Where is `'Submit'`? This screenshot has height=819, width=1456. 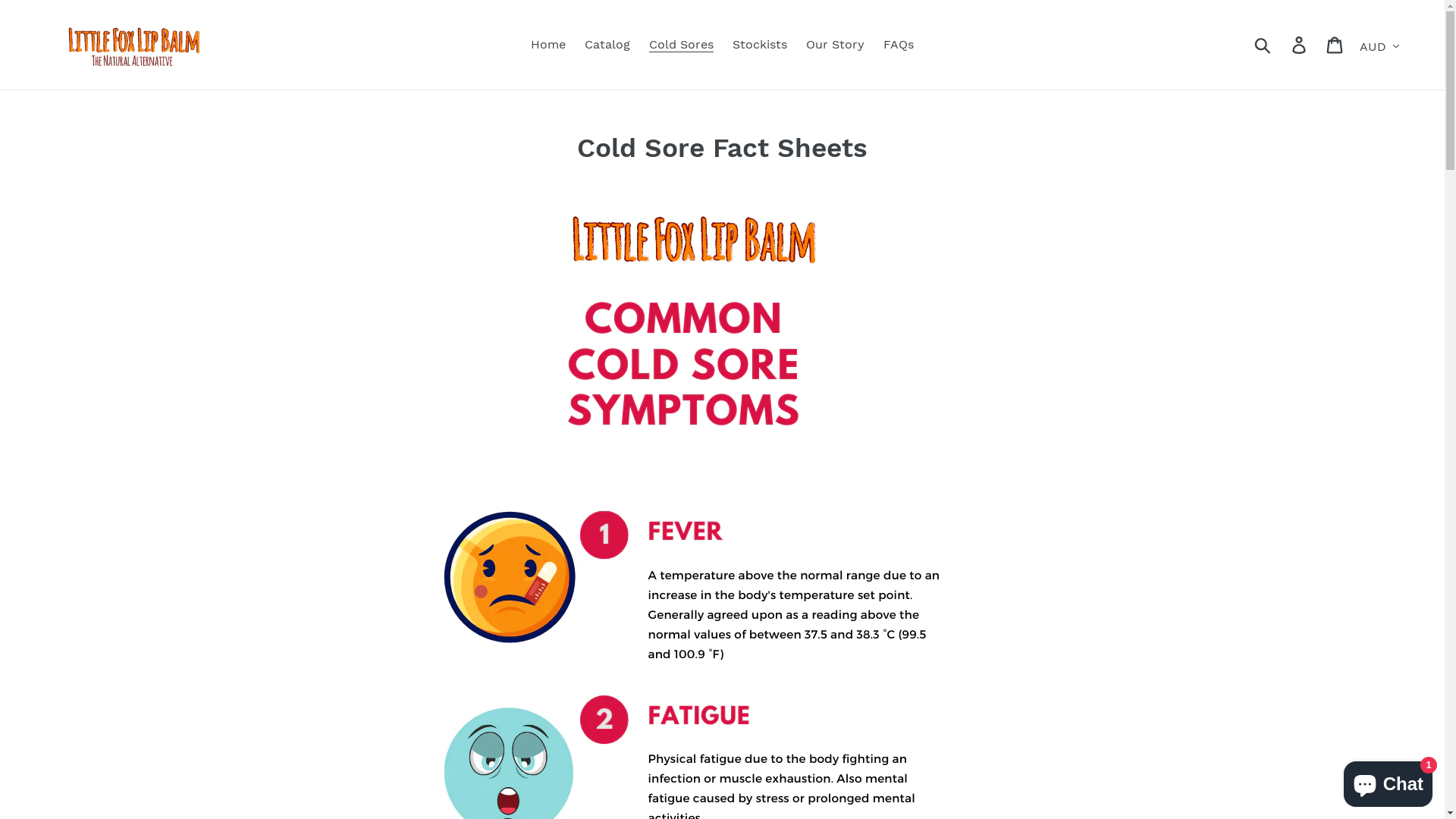 'Submit' is located at coordinates (1263, 43).